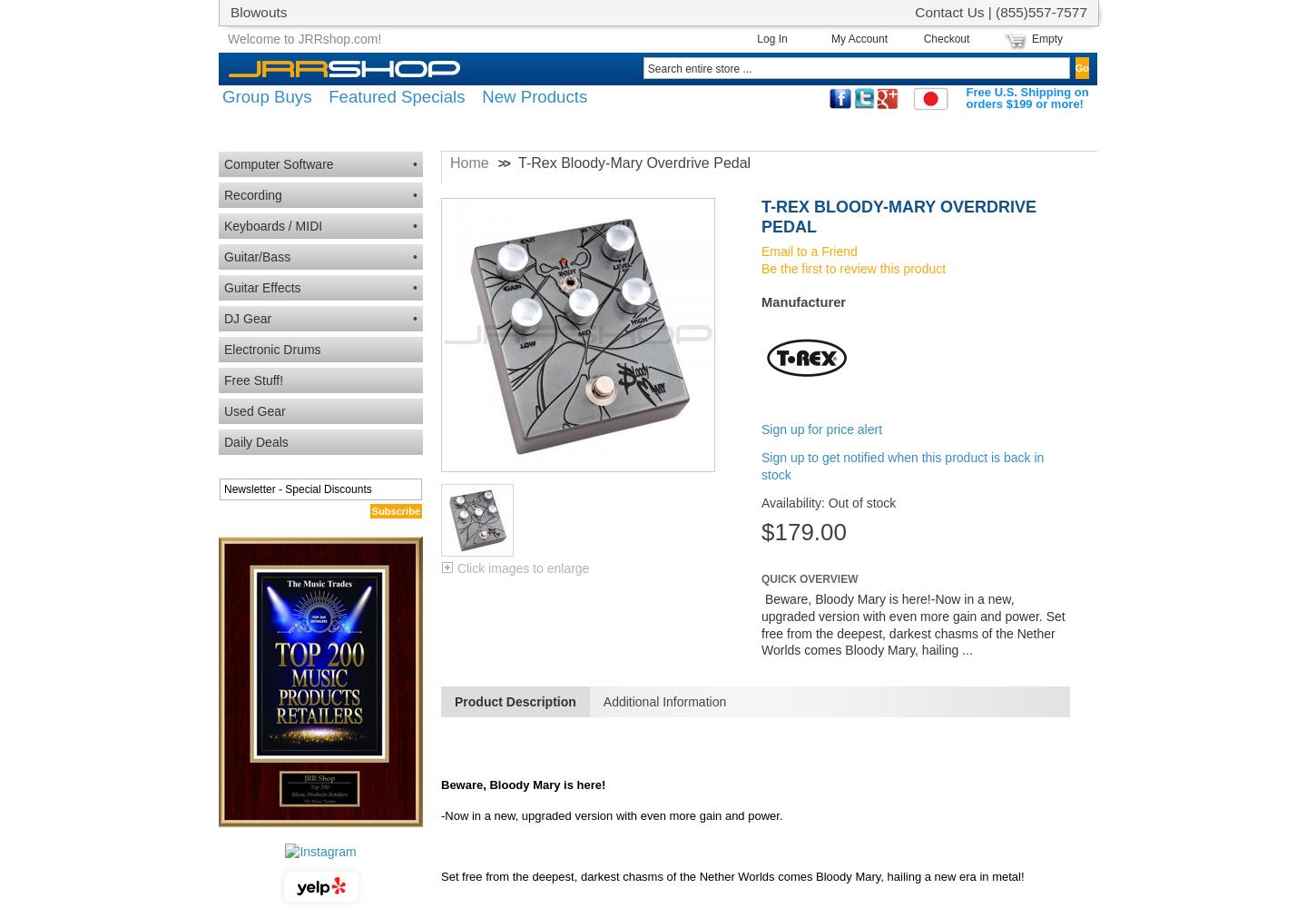  I want to click on 'Daily Deals', so click(256, 441).